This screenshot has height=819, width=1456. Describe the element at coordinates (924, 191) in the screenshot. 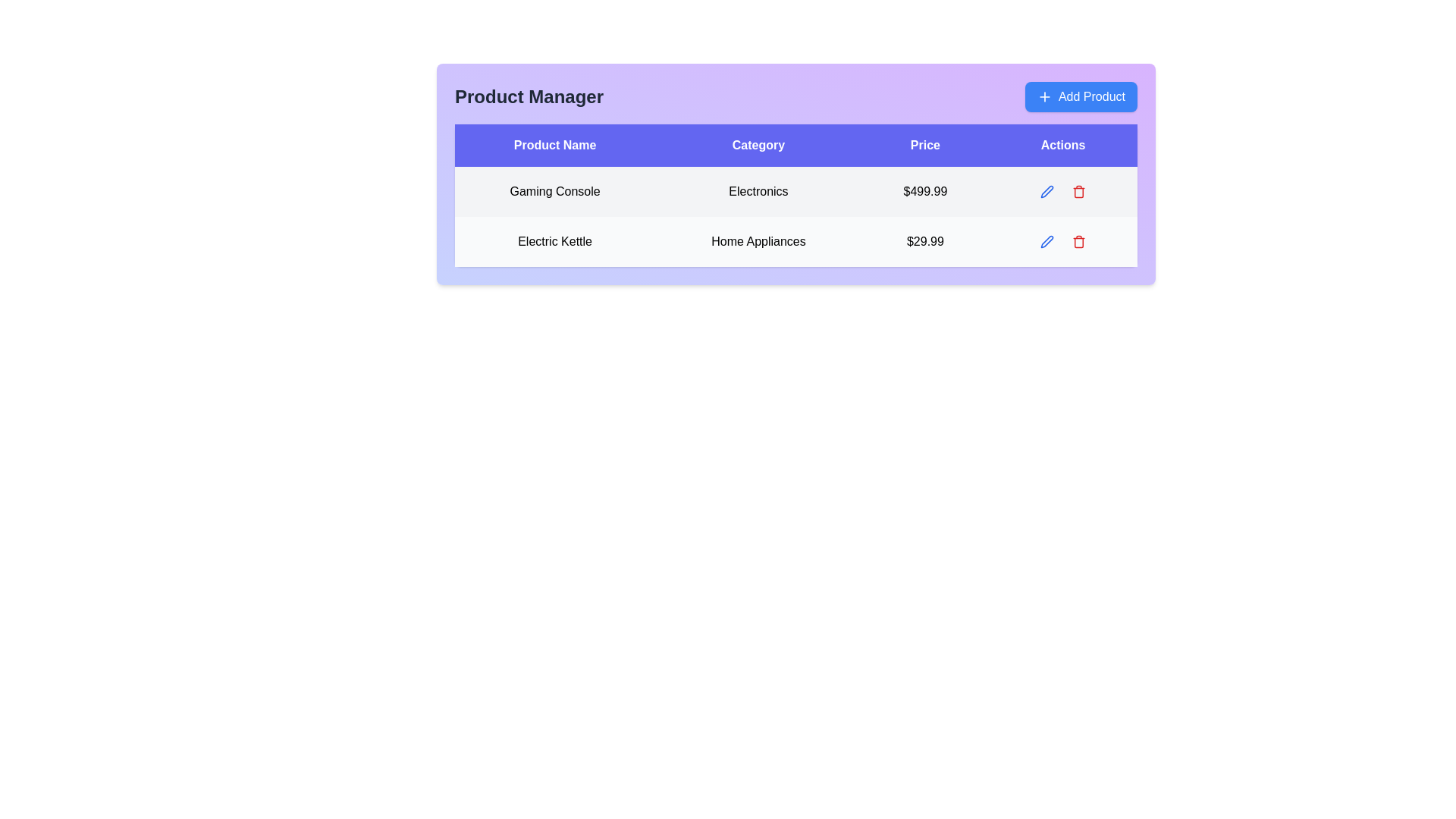

I see `the price label displaying '$499.99' in bold black font, located in the third column of the first row under the 'Price' header` at that location.